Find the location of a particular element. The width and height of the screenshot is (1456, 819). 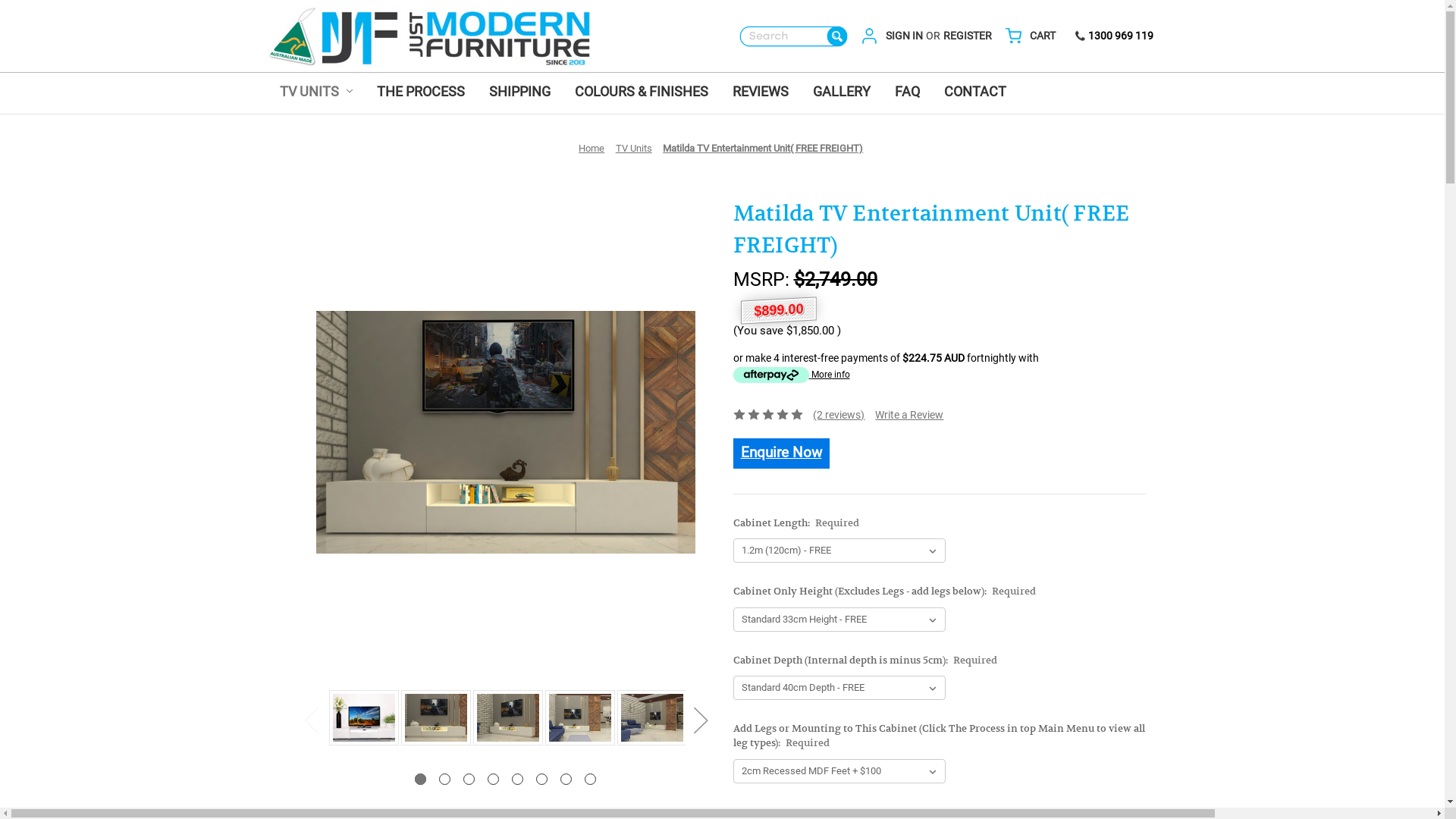

'THE PROCESS' is located at coordinates (421, 93).